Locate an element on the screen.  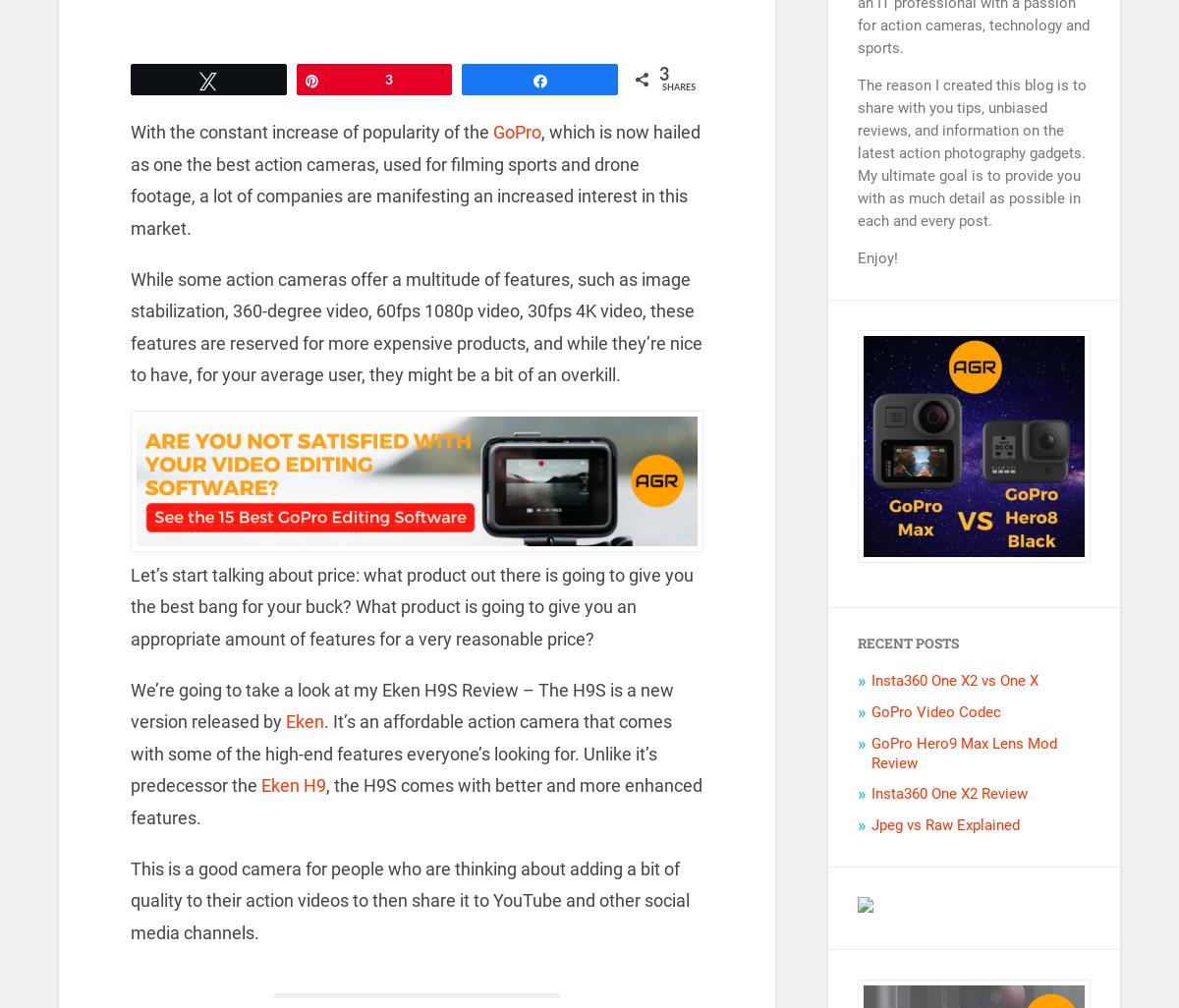
'Insta360 One X2 vs One X' is located at coordinates (955, 679).